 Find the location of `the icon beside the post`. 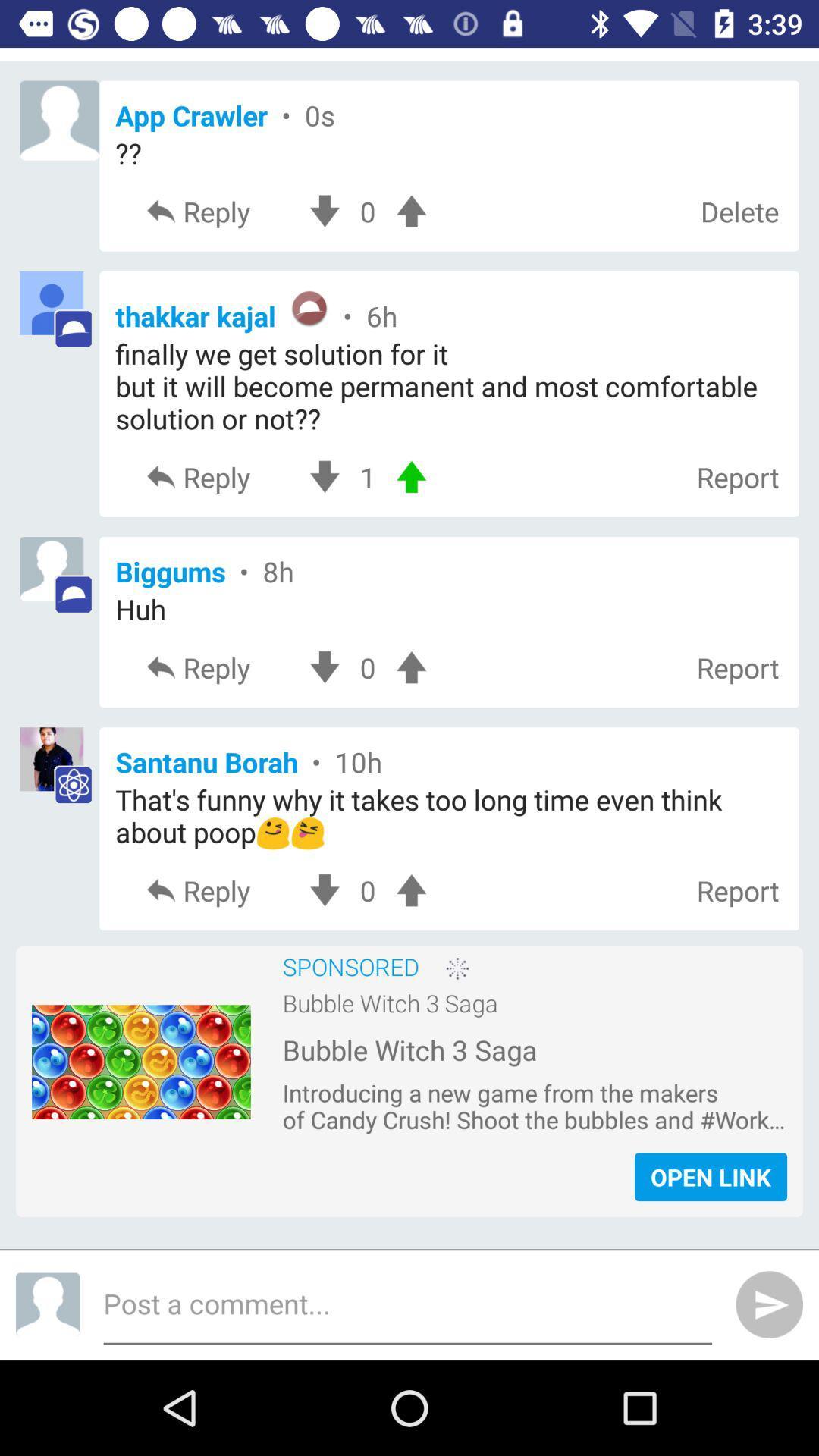

the icon beside the post is located at coordinates (46, 1304).